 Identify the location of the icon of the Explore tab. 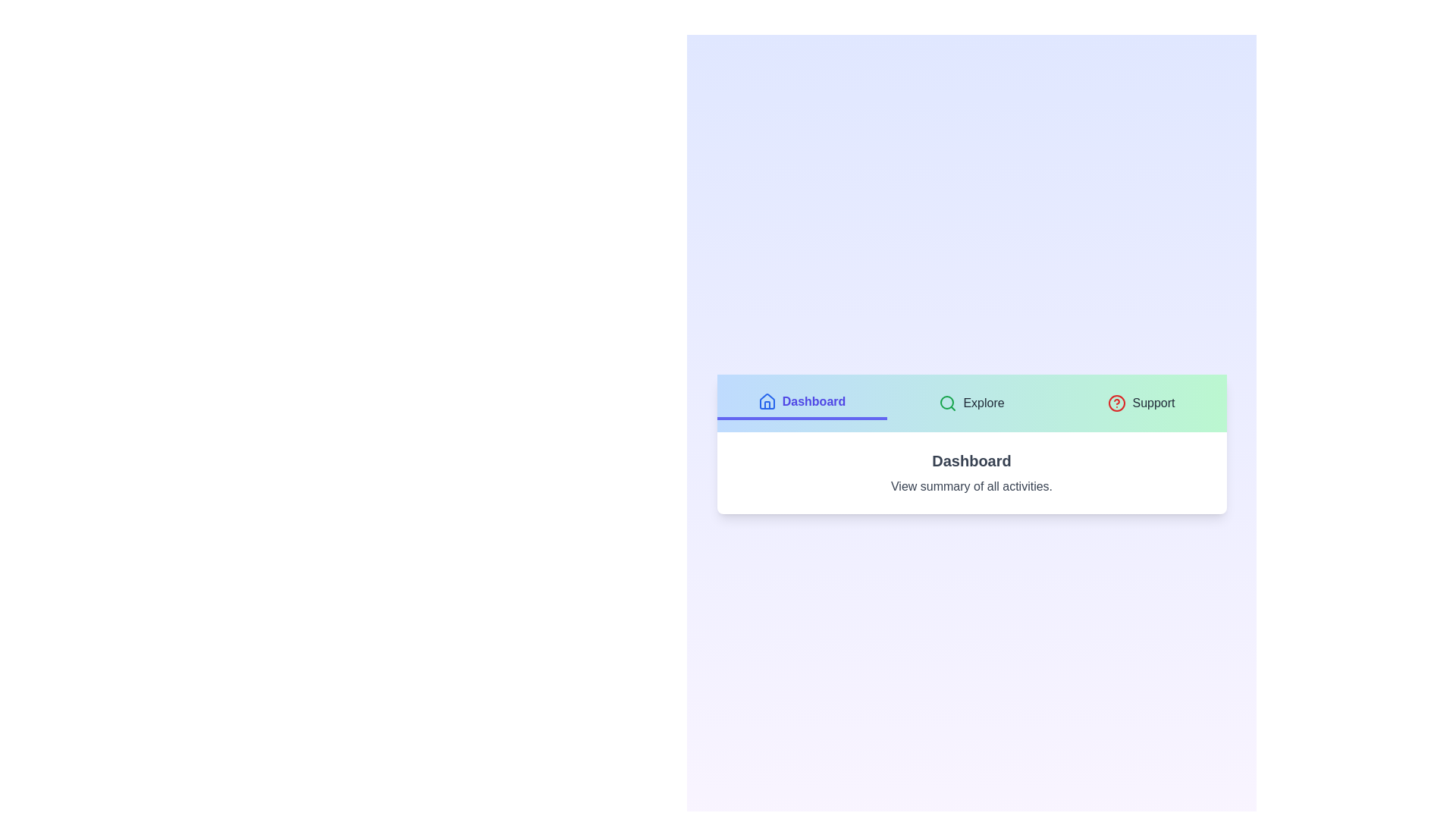
(947, 403).